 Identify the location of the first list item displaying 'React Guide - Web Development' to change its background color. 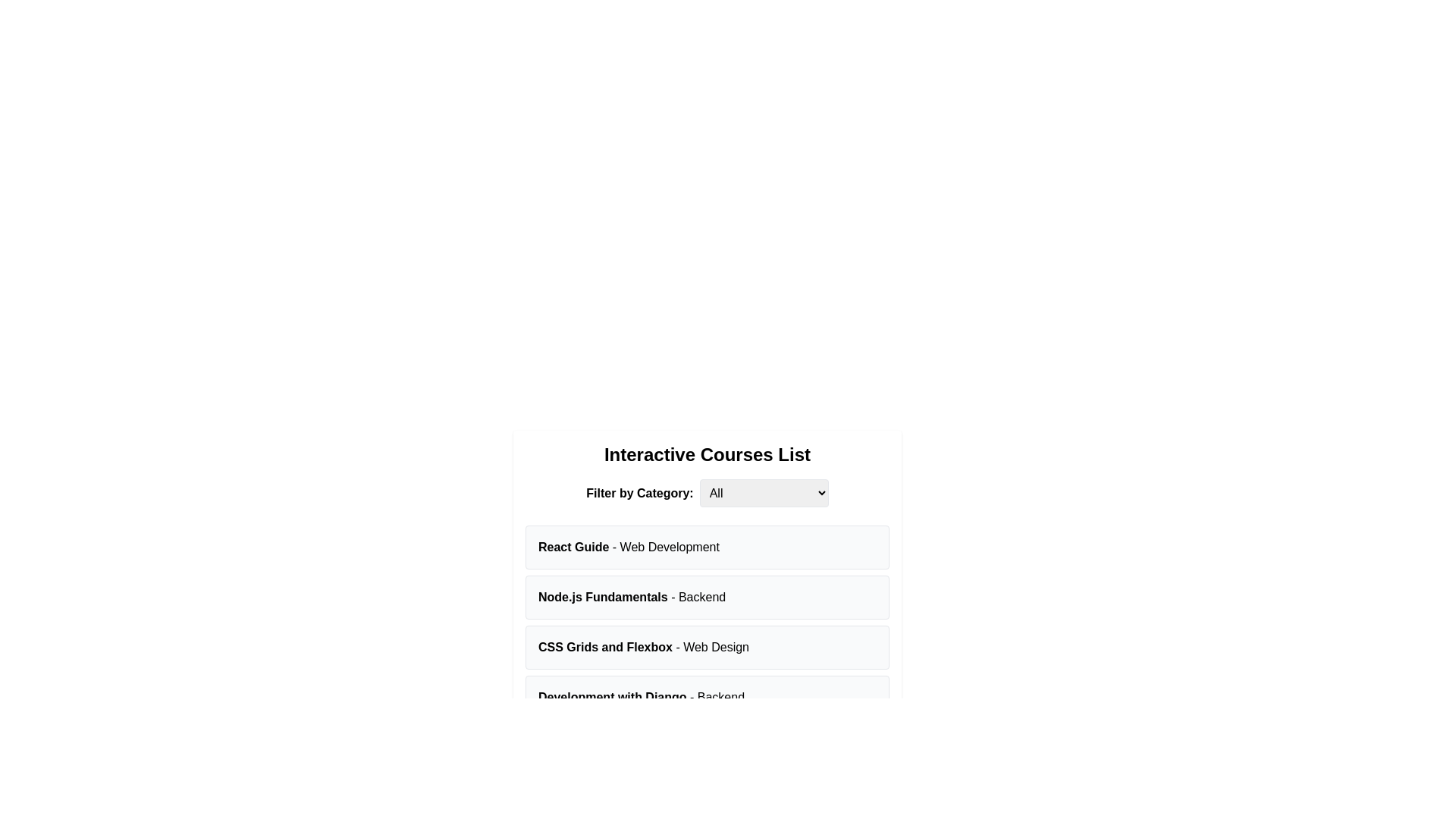
(706, 547).